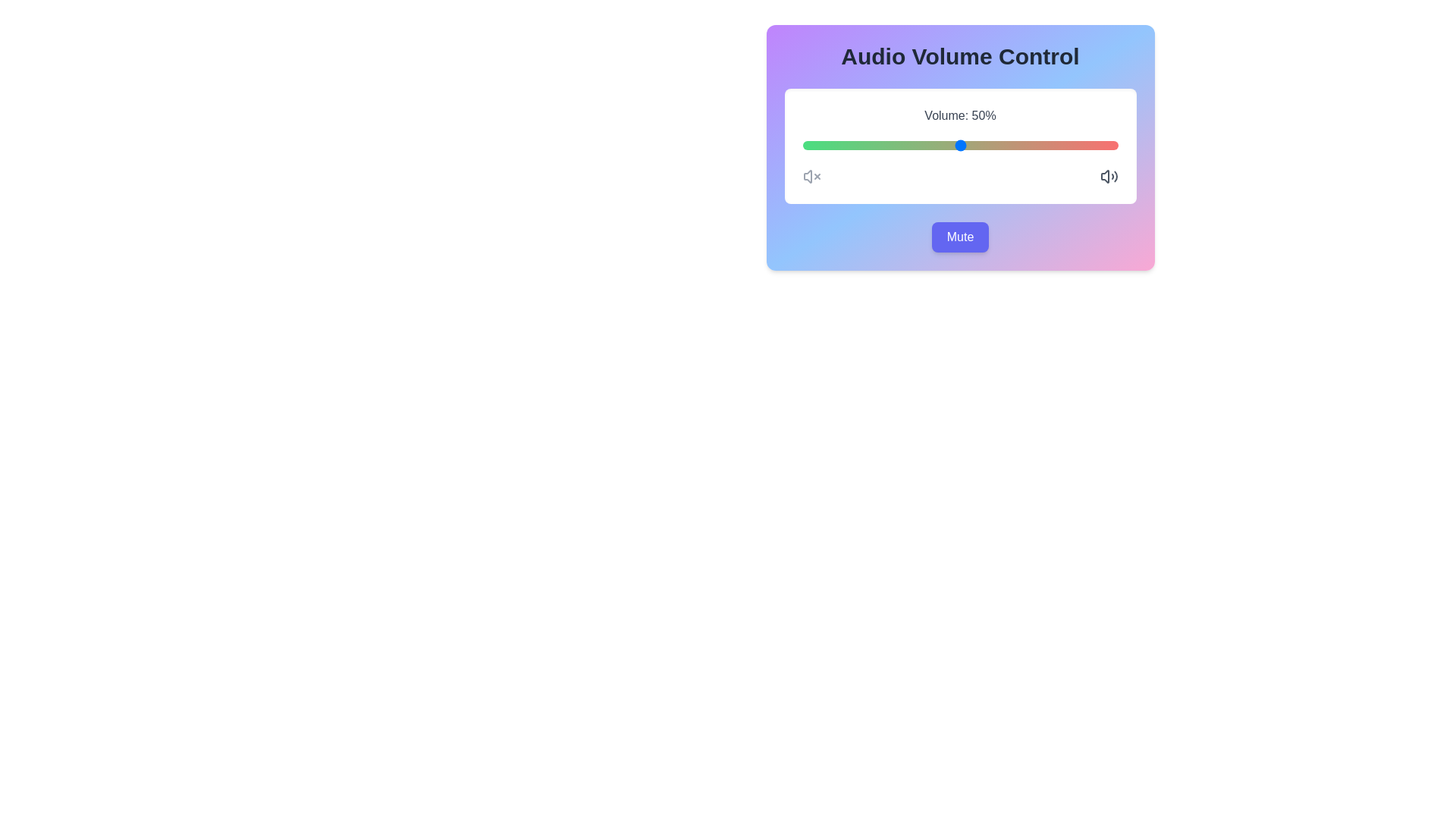 This screenshot has height=819, width=1456. Describe the element at coordinates (959, 237) in the screenshot. I see `the 'Mute' button to mute the audio` at that location.